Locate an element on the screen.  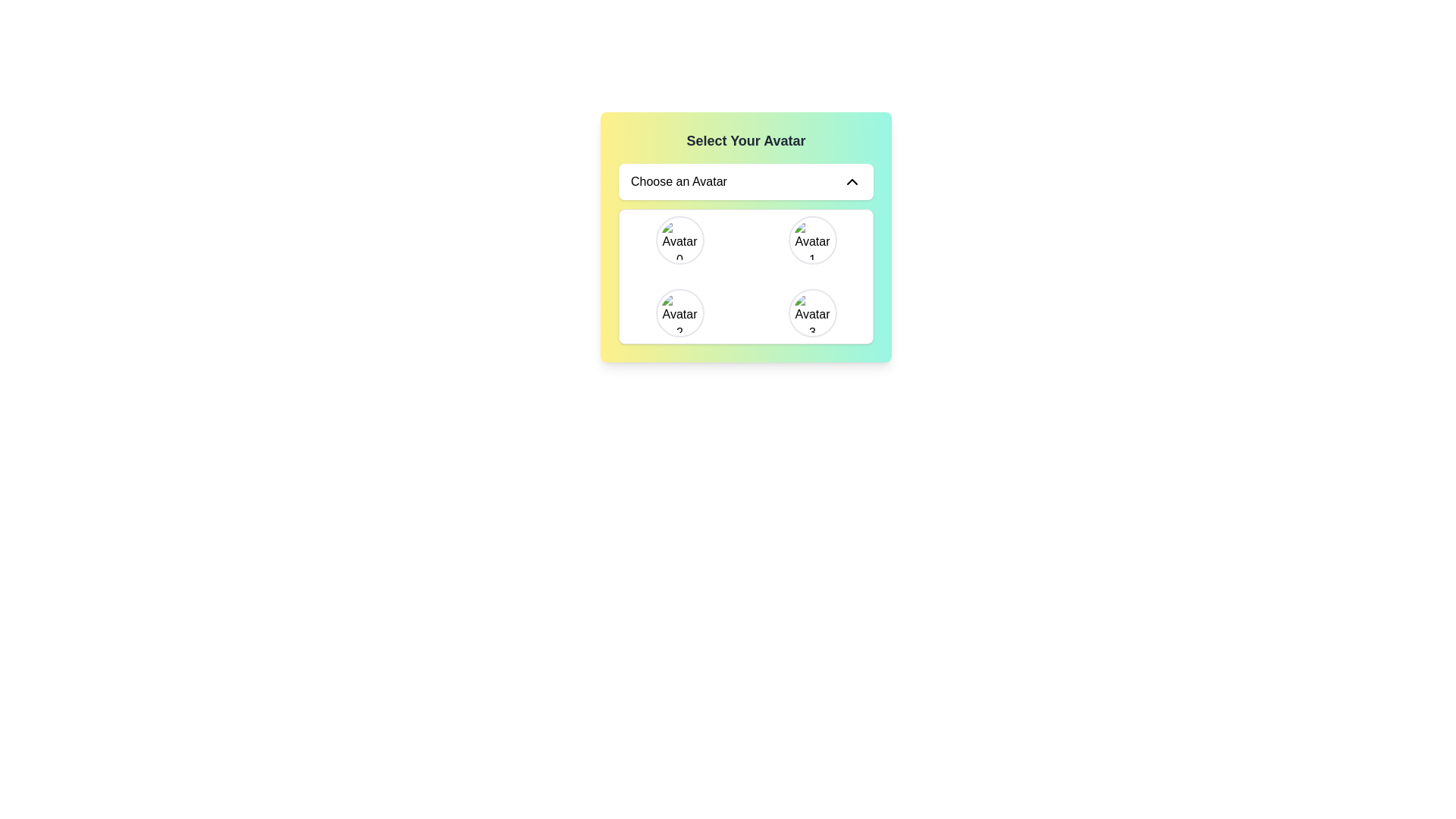
the Avatar selection item labeled 'Avatar 3' located in the bottom-right slot of a 2x2 grid within the 'Select Your Avatar' card layout is located at coordinates (811, 312).